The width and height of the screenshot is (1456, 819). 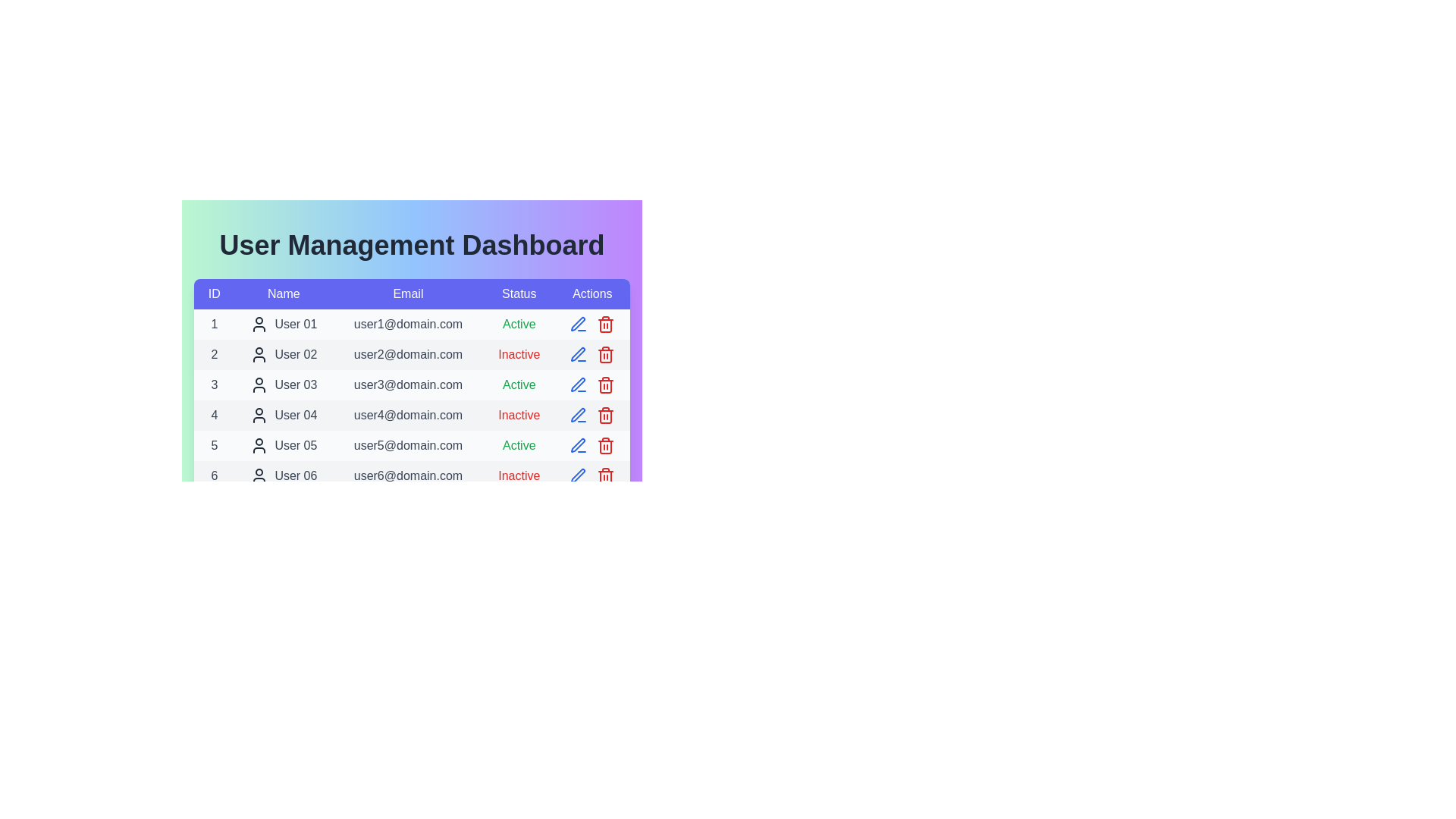 I want to click on the delete icon for user with ID 11, so click(x=605, y=628).